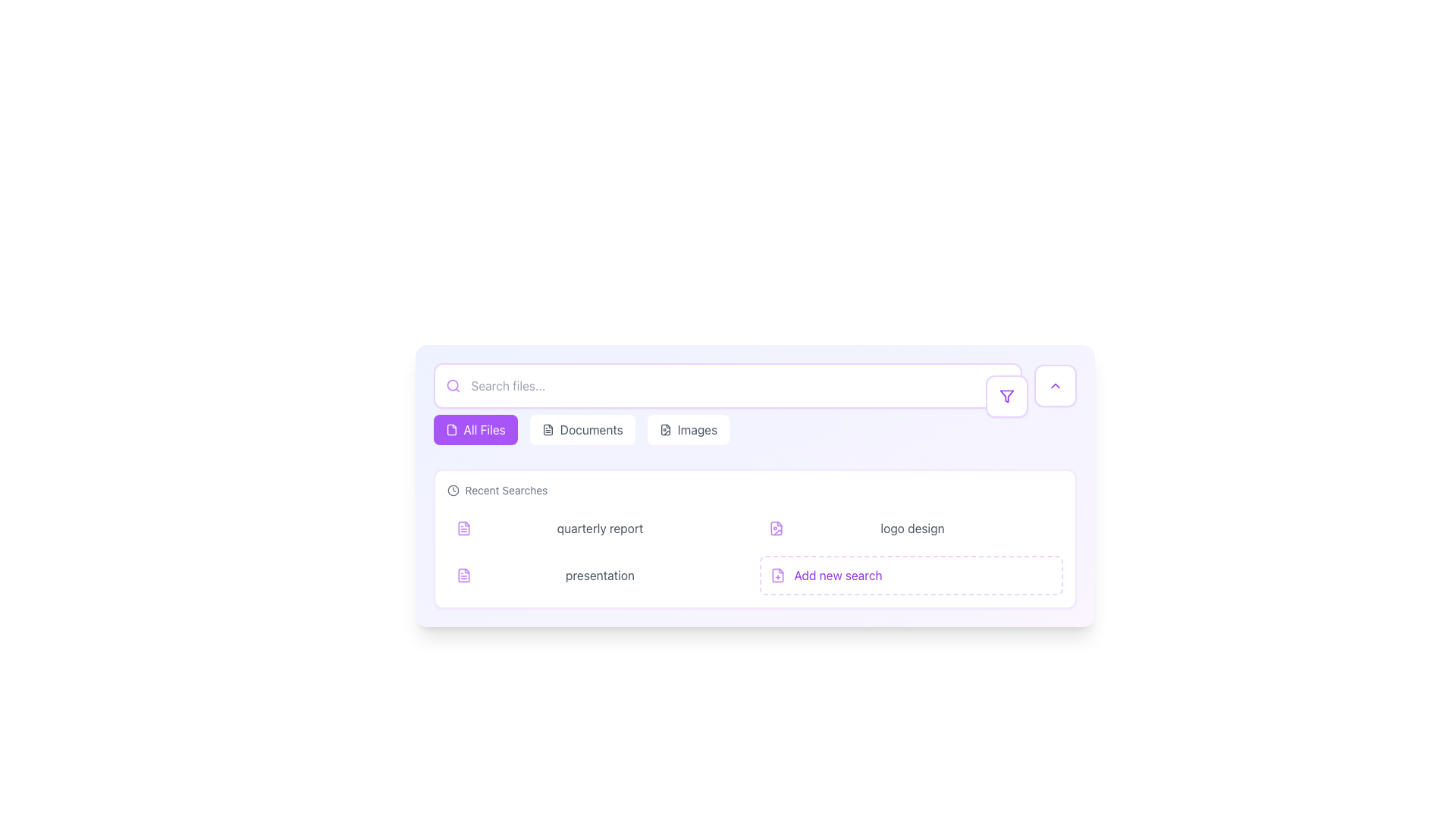 This screenshot has width=1456, height=819. What do you see at coordinates (1006, 396) in the screenshot?
I see `the filter icon located in the upper-right corner of the search bar` at bounding box center [1006, 396].